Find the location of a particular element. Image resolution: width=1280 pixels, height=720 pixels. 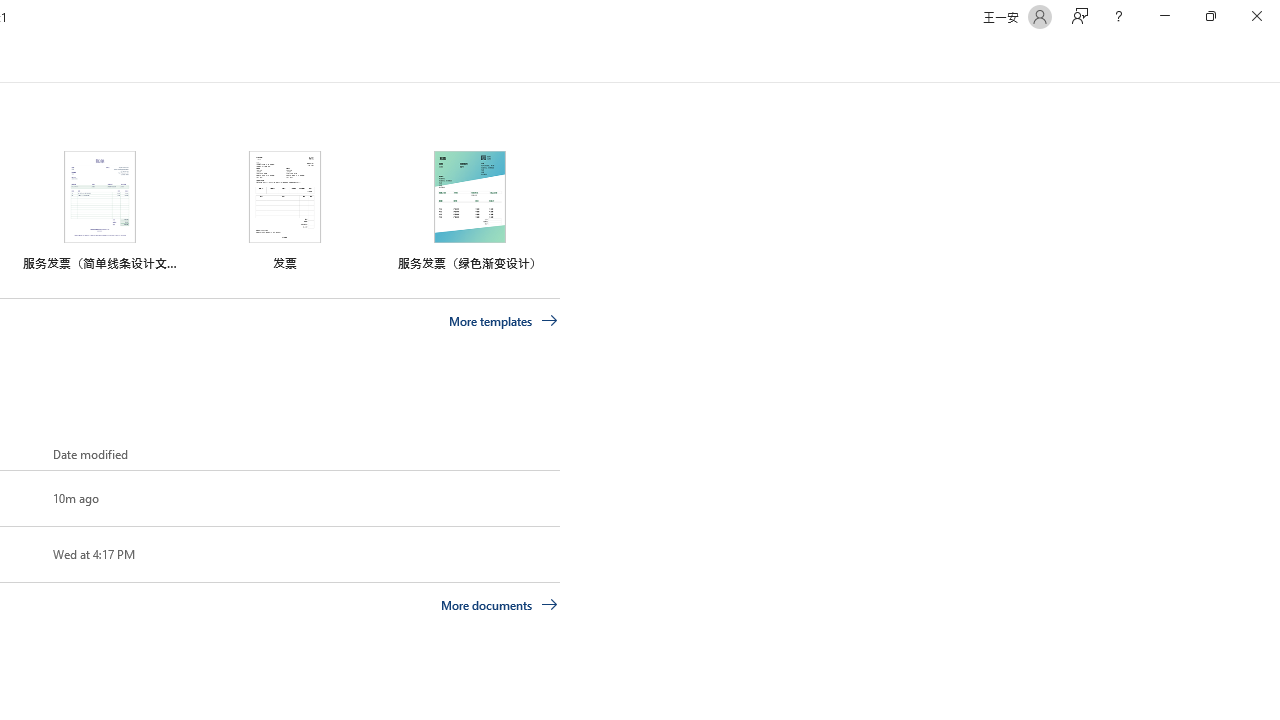

'Close' is located at coordinates (1255, 16).